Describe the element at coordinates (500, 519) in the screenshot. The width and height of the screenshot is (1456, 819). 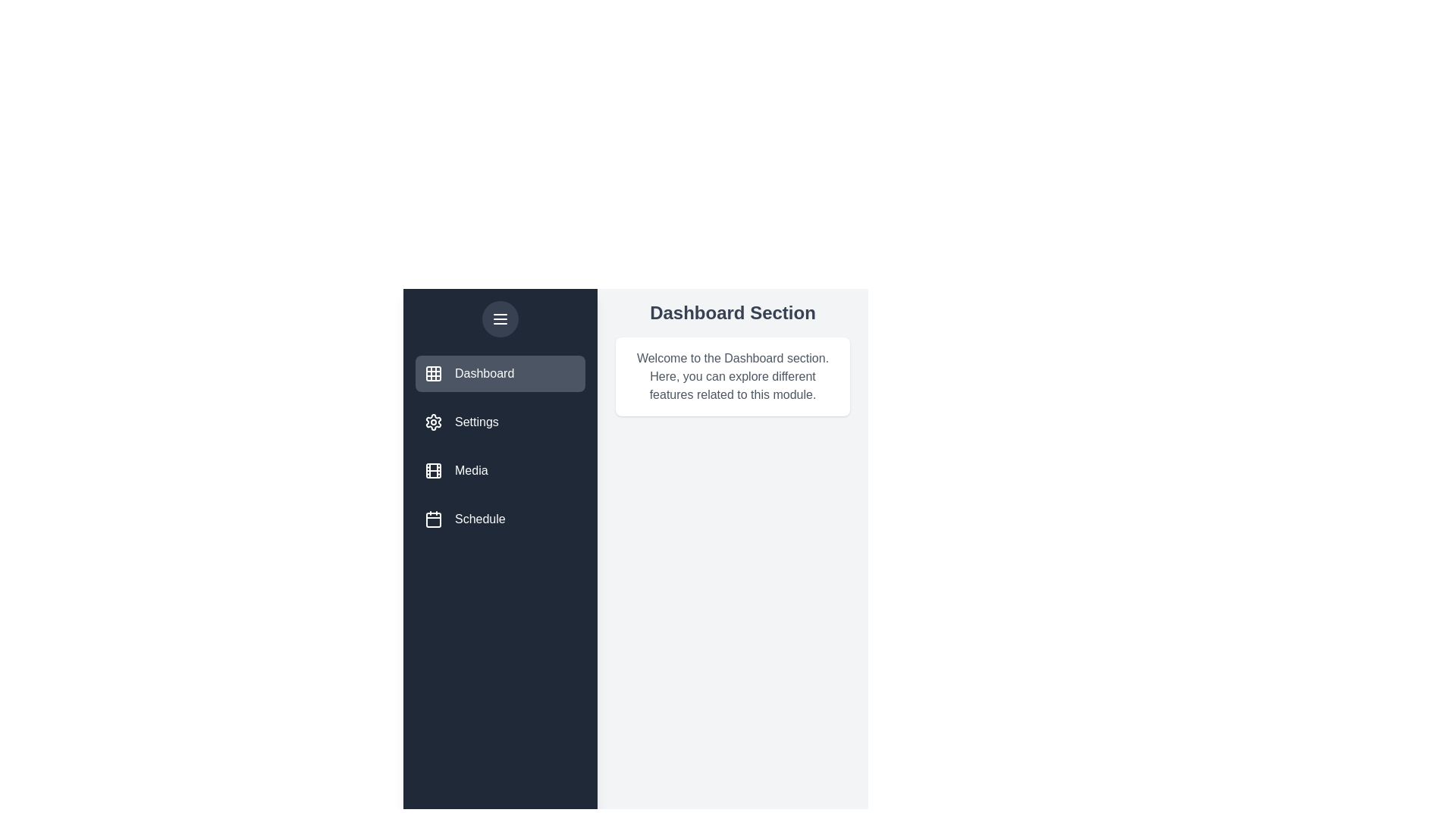
I see `the menu item Schedule` at that location.